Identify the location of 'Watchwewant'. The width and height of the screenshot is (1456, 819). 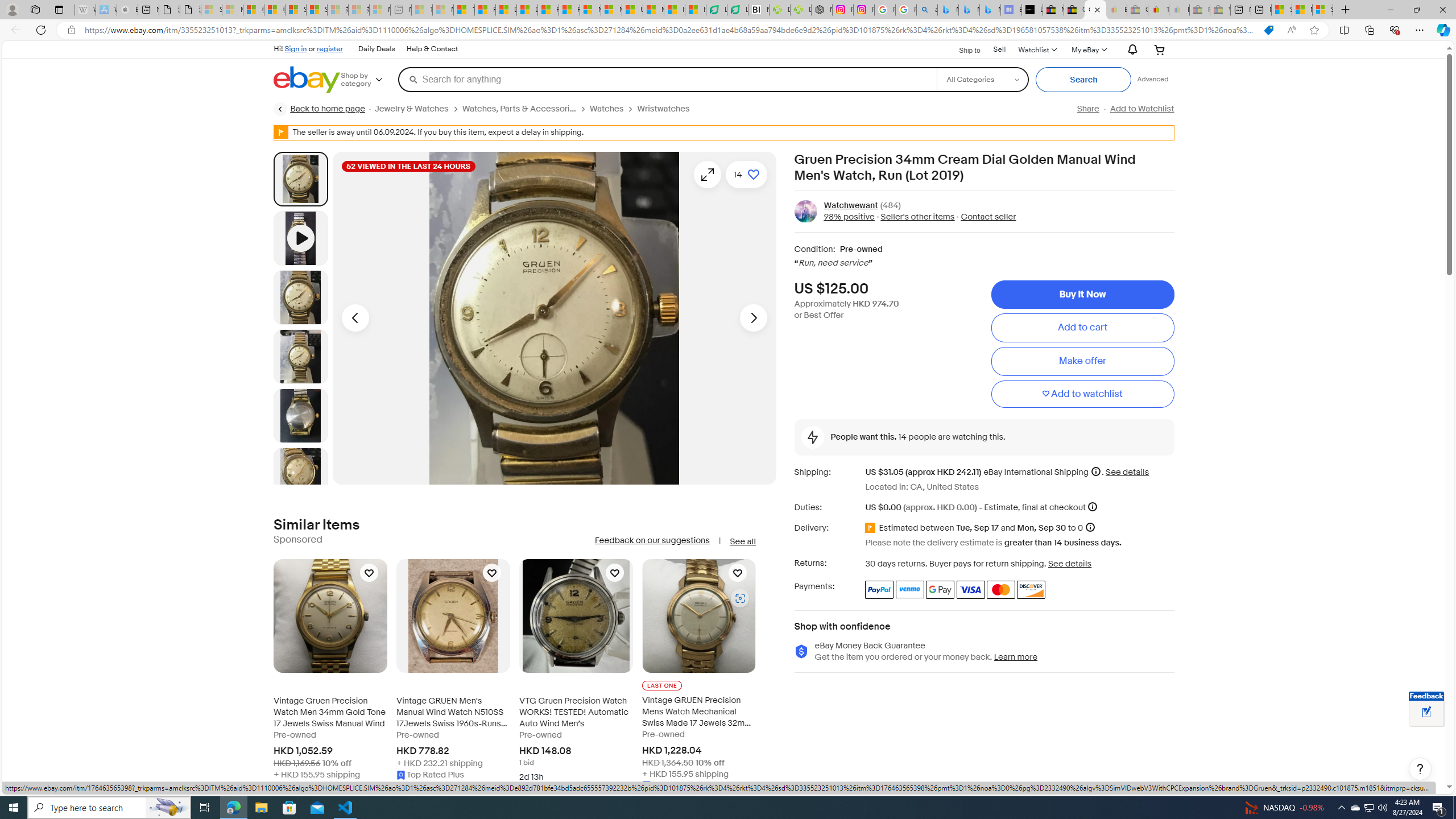
(851, 205).